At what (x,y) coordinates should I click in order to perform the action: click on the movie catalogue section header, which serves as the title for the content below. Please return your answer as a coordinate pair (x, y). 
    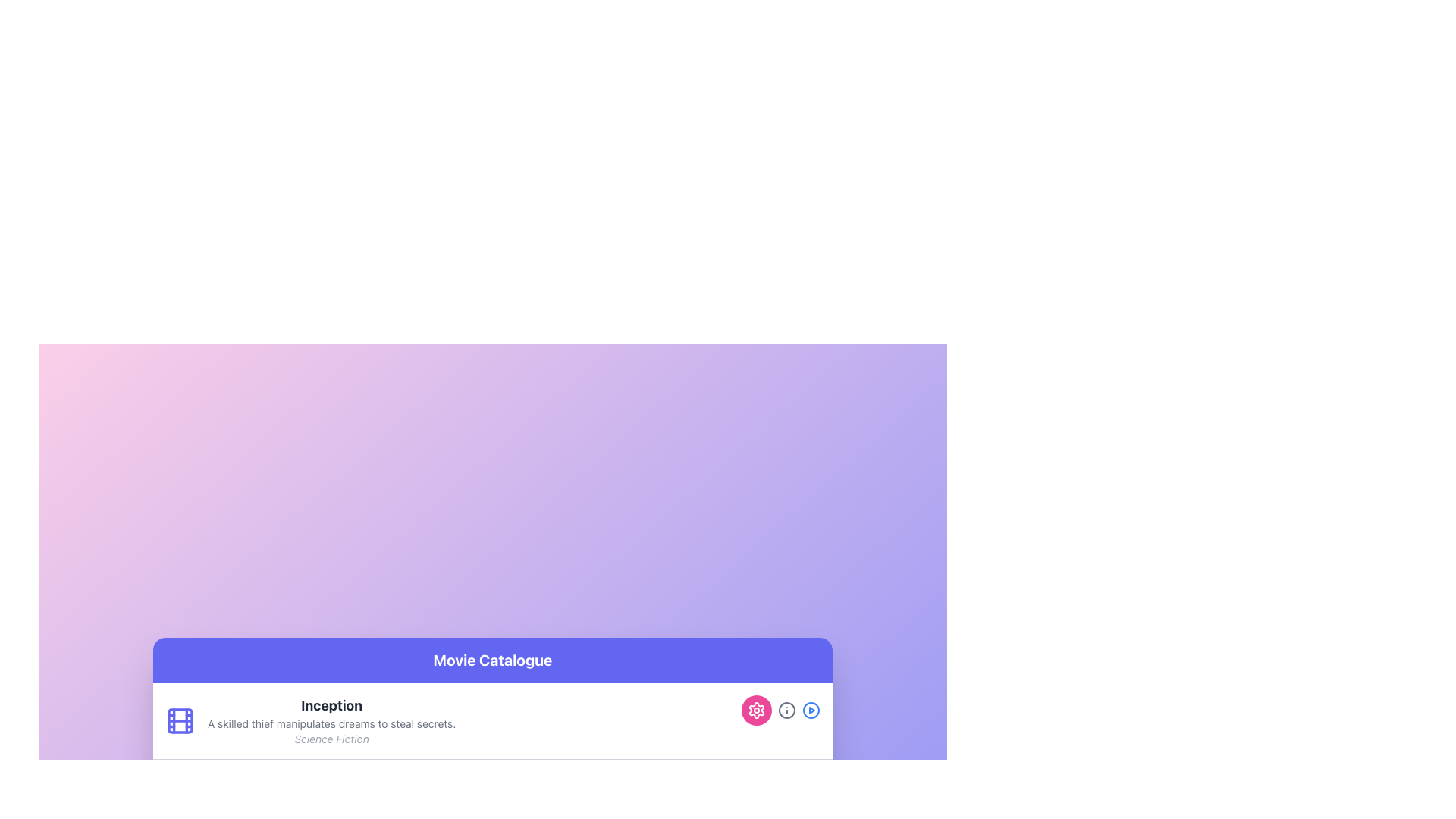
    Looking at the image, I should click on (492, 659).